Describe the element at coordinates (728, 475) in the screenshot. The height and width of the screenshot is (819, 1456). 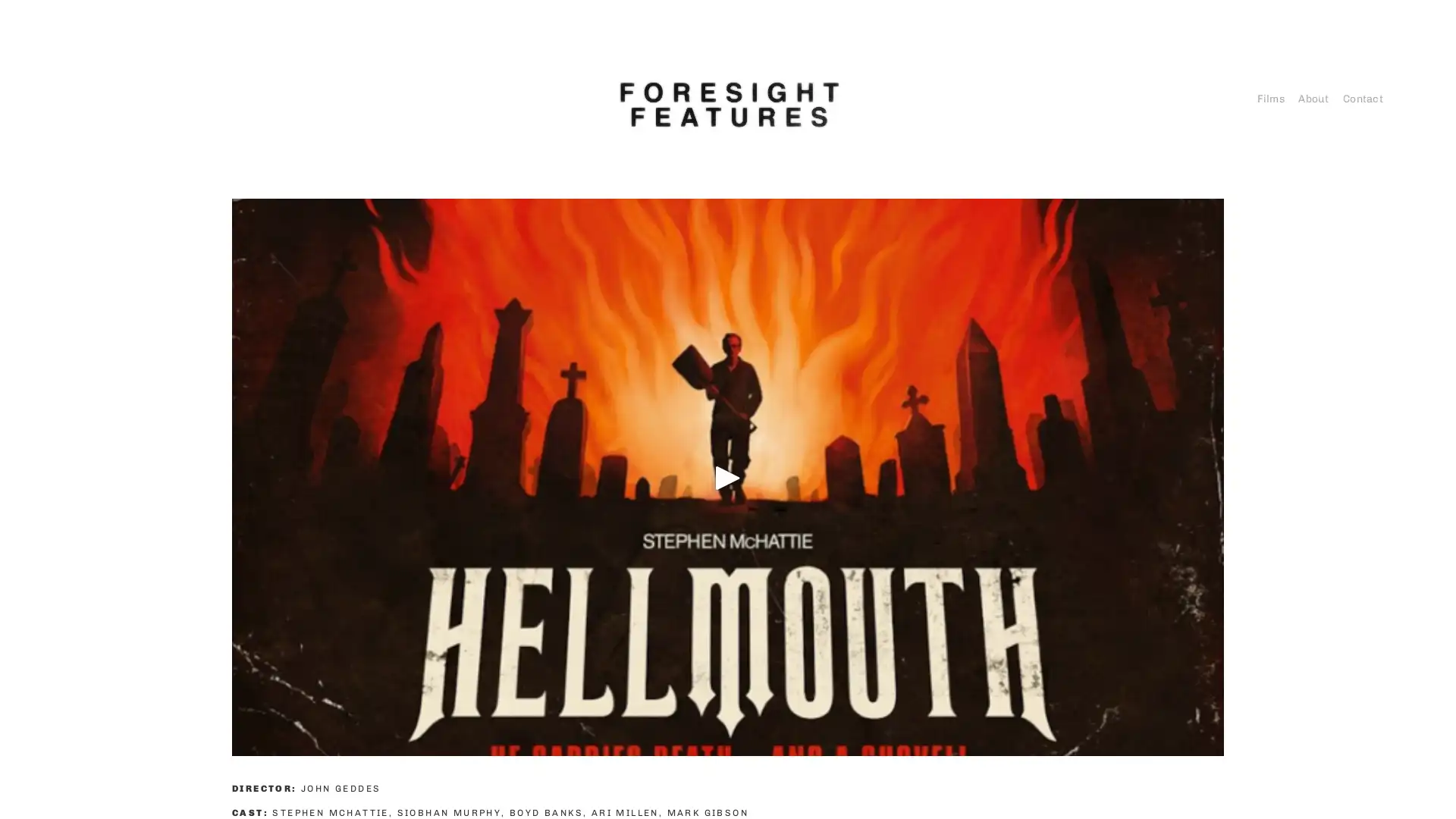
I see `Play` at that location.